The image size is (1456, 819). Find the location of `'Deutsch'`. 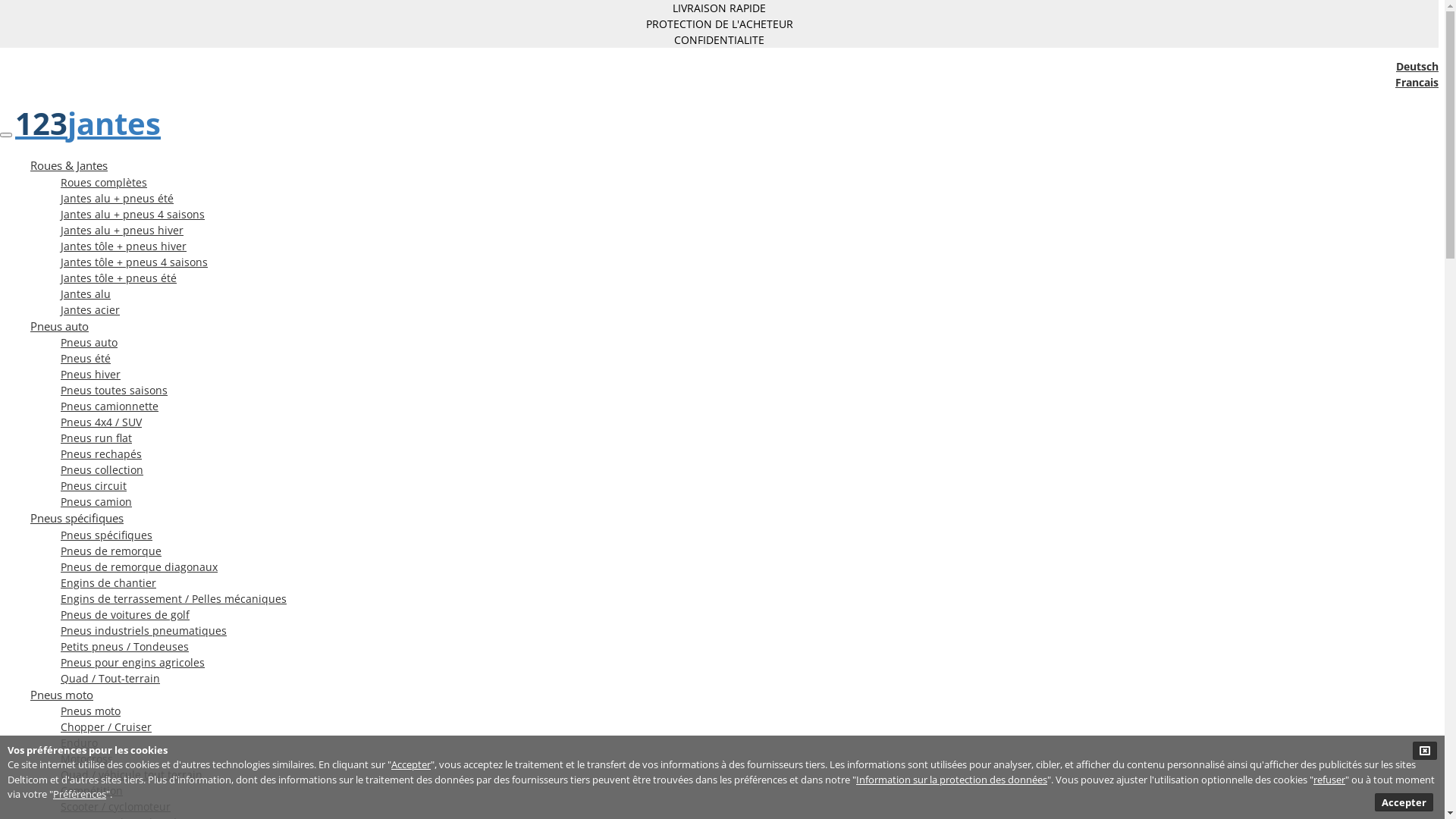

'Deutsch' is located at coordinates (1416, 65).